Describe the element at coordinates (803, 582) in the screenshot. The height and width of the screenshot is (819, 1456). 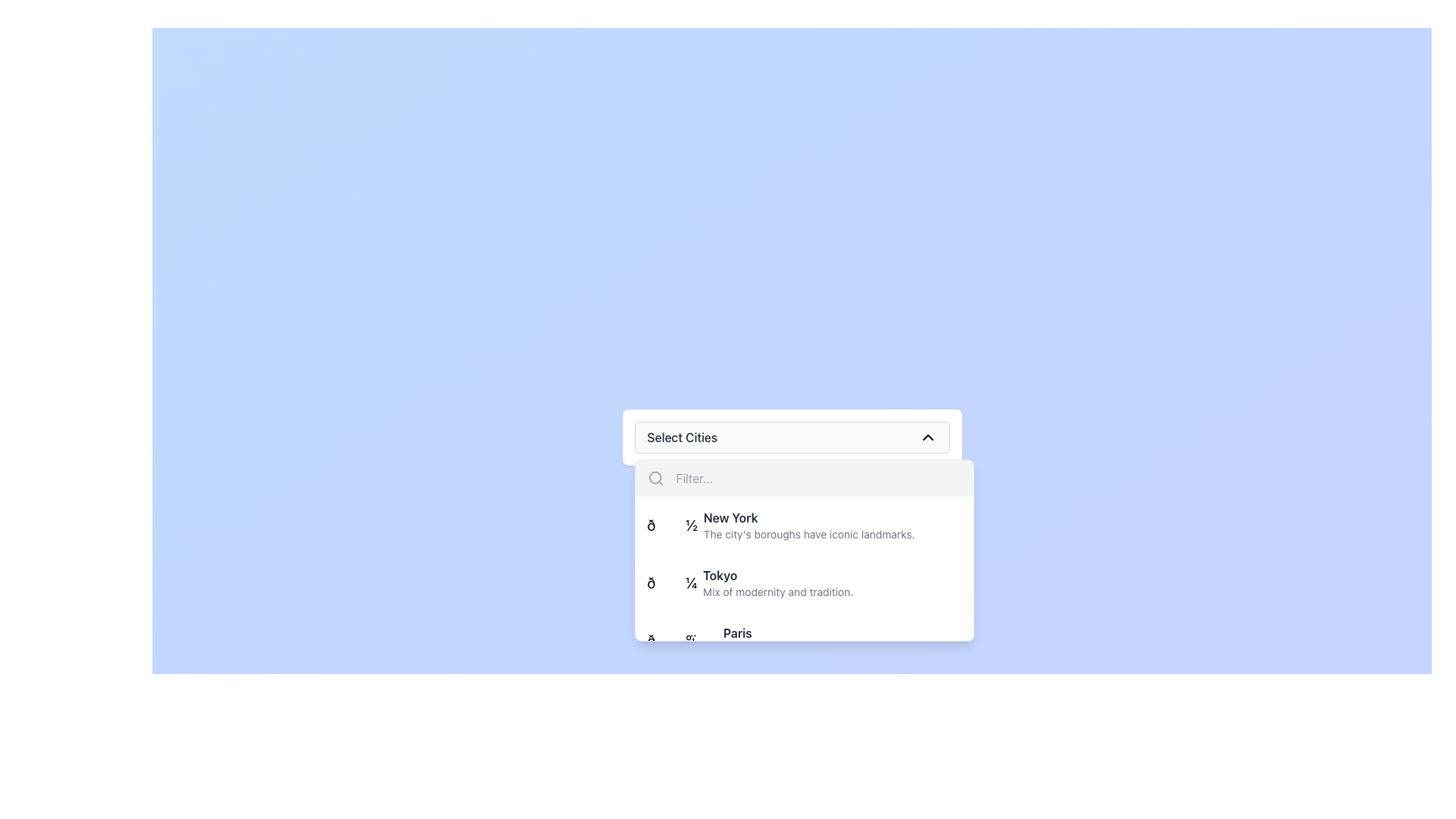
I see `the second list item in the dropdown menu labeled 'Tokyo'` at that location.